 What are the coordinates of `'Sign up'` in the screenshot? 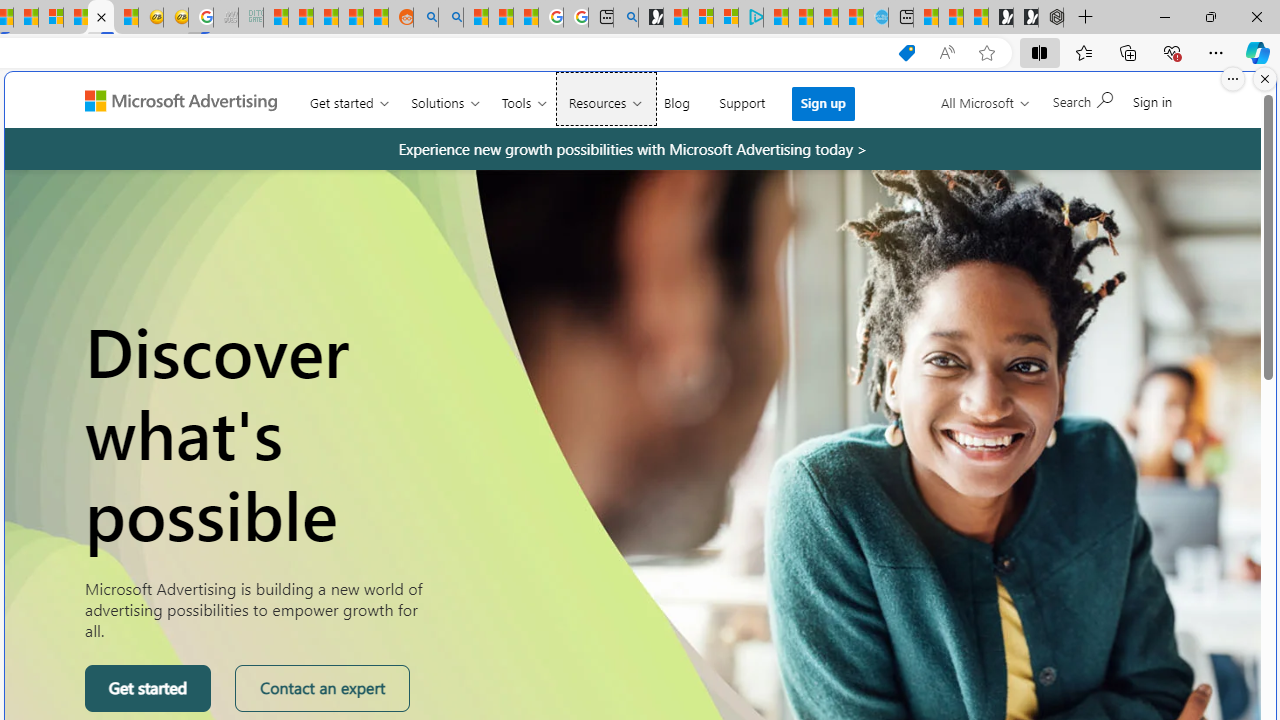 It's located at (823, 104).